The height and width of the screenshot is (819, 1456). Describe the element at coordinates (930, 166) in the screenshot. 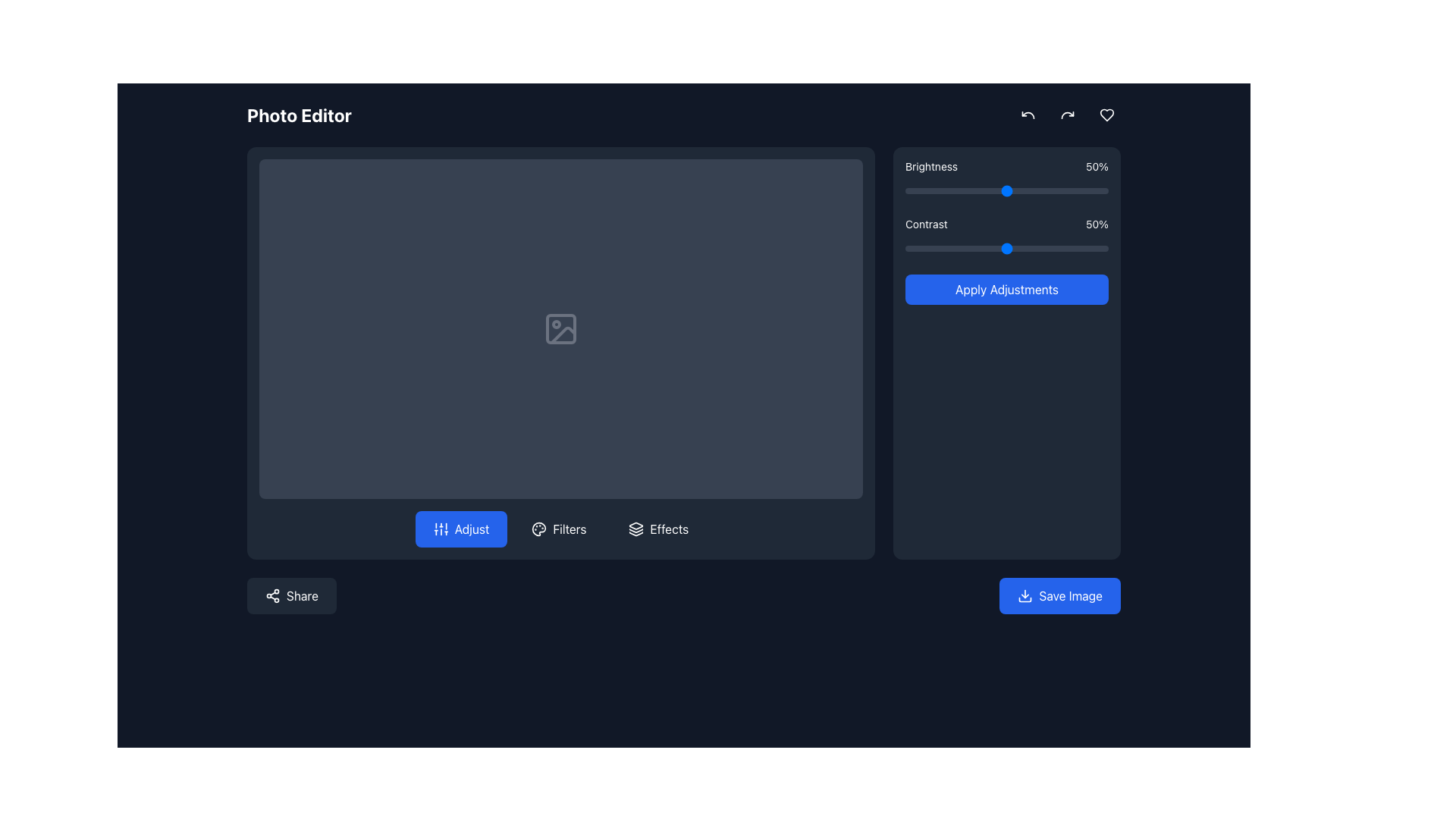

I see `the brightness adjustment label located at the top-left corner of the settings panel, which indicates the functionality for brightness modification` at that location.